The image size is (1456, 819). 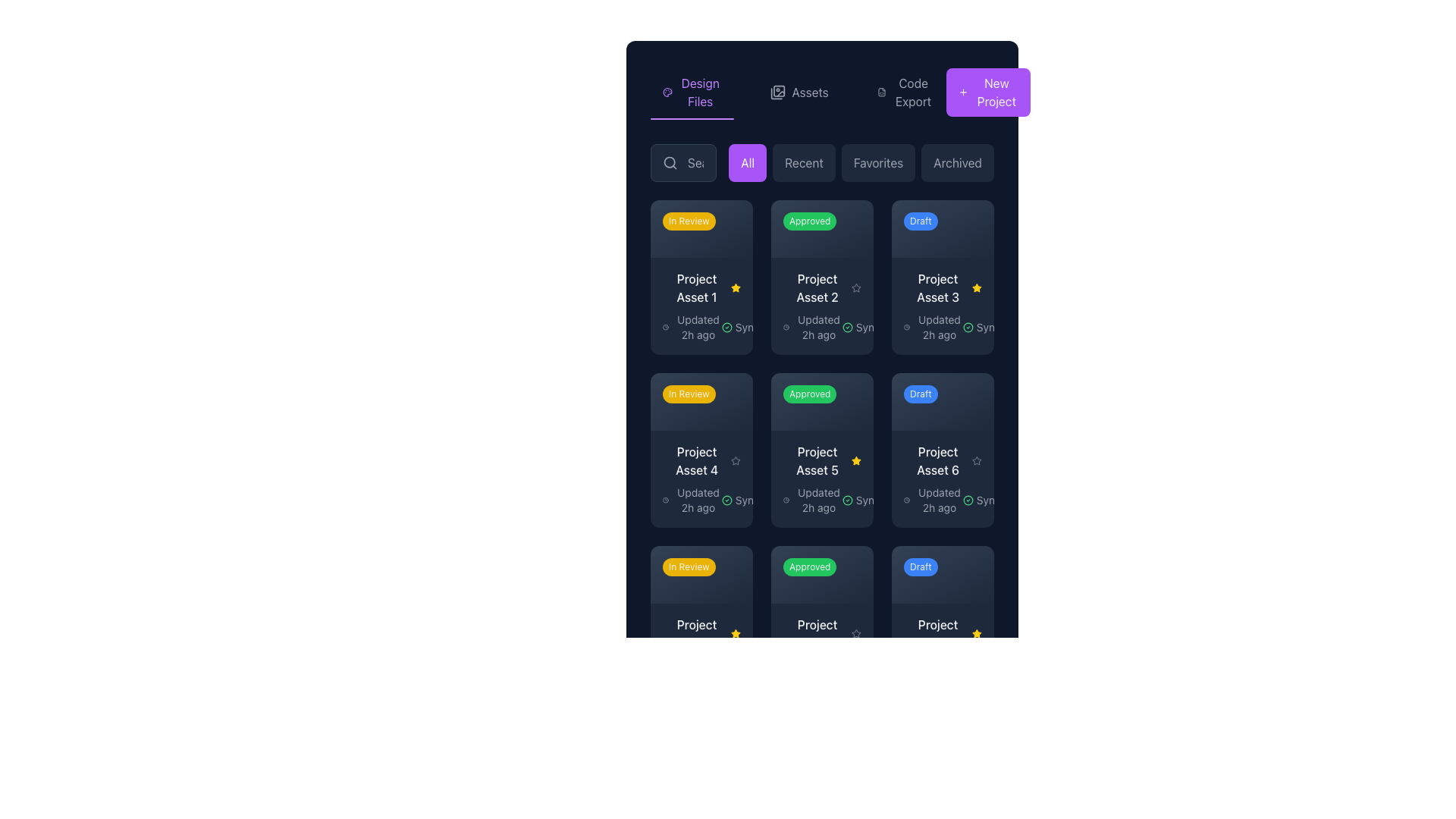 What do you see at coordinates (942, 326) in the screenshot?
I see `the timestamp indicating 'Updated 2h ago' within the card labeled 'Project Asset 3'` at bounding box center [942, 326].